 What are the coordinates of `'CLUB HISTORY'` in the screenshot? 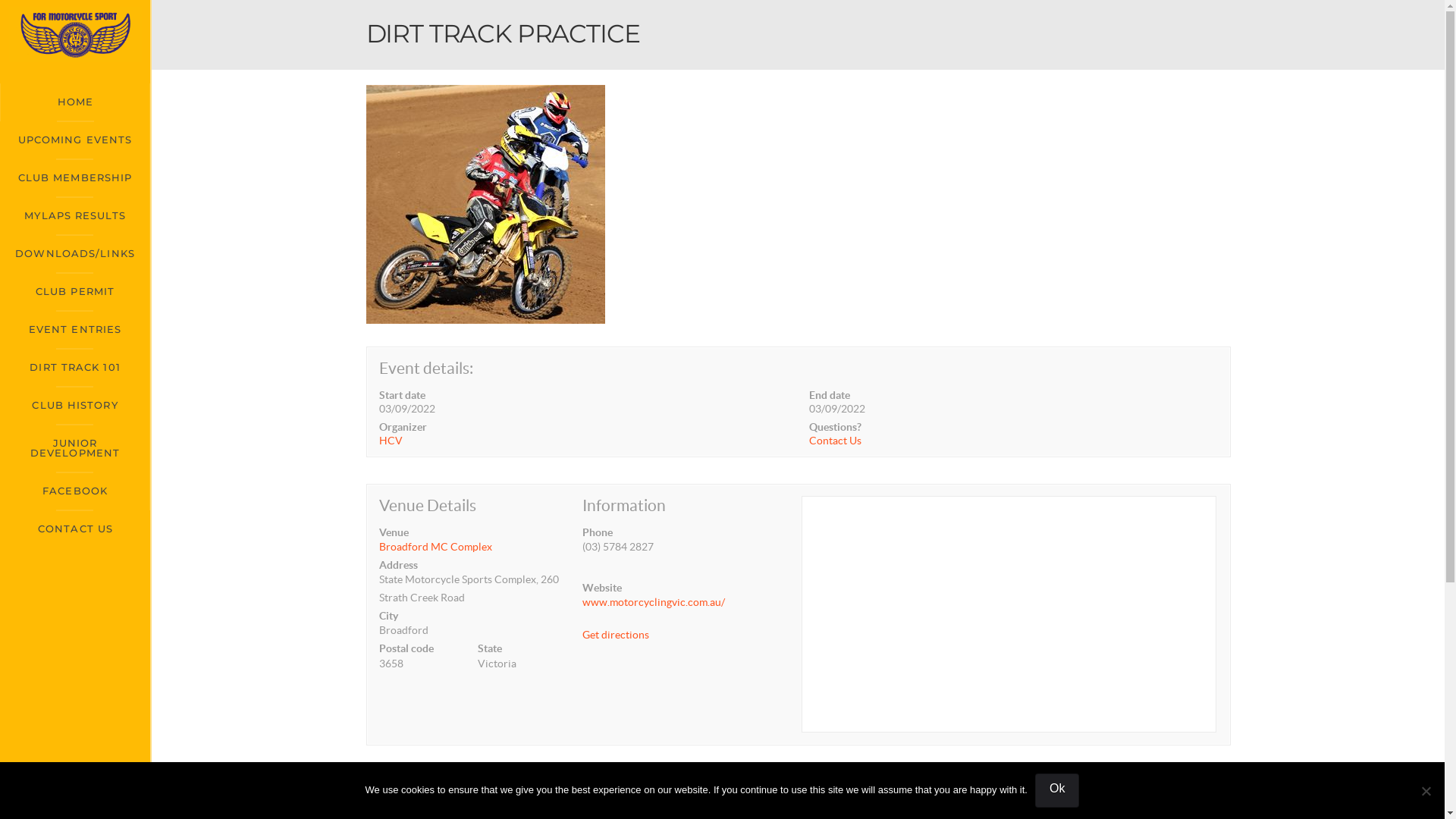 It's located at (74, 405).